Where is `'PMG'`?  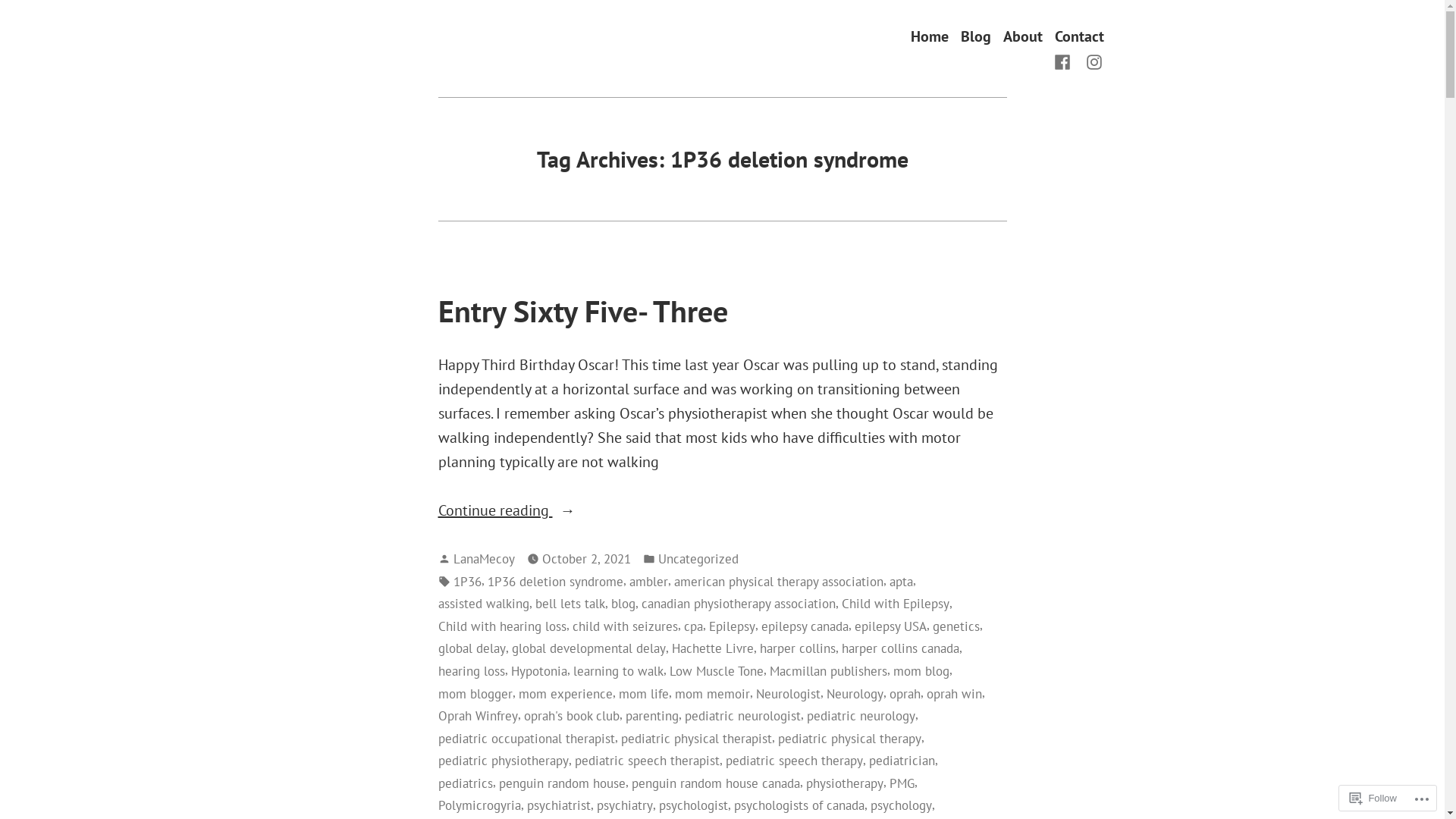
'PMG' is located at coordinates (901, 783).